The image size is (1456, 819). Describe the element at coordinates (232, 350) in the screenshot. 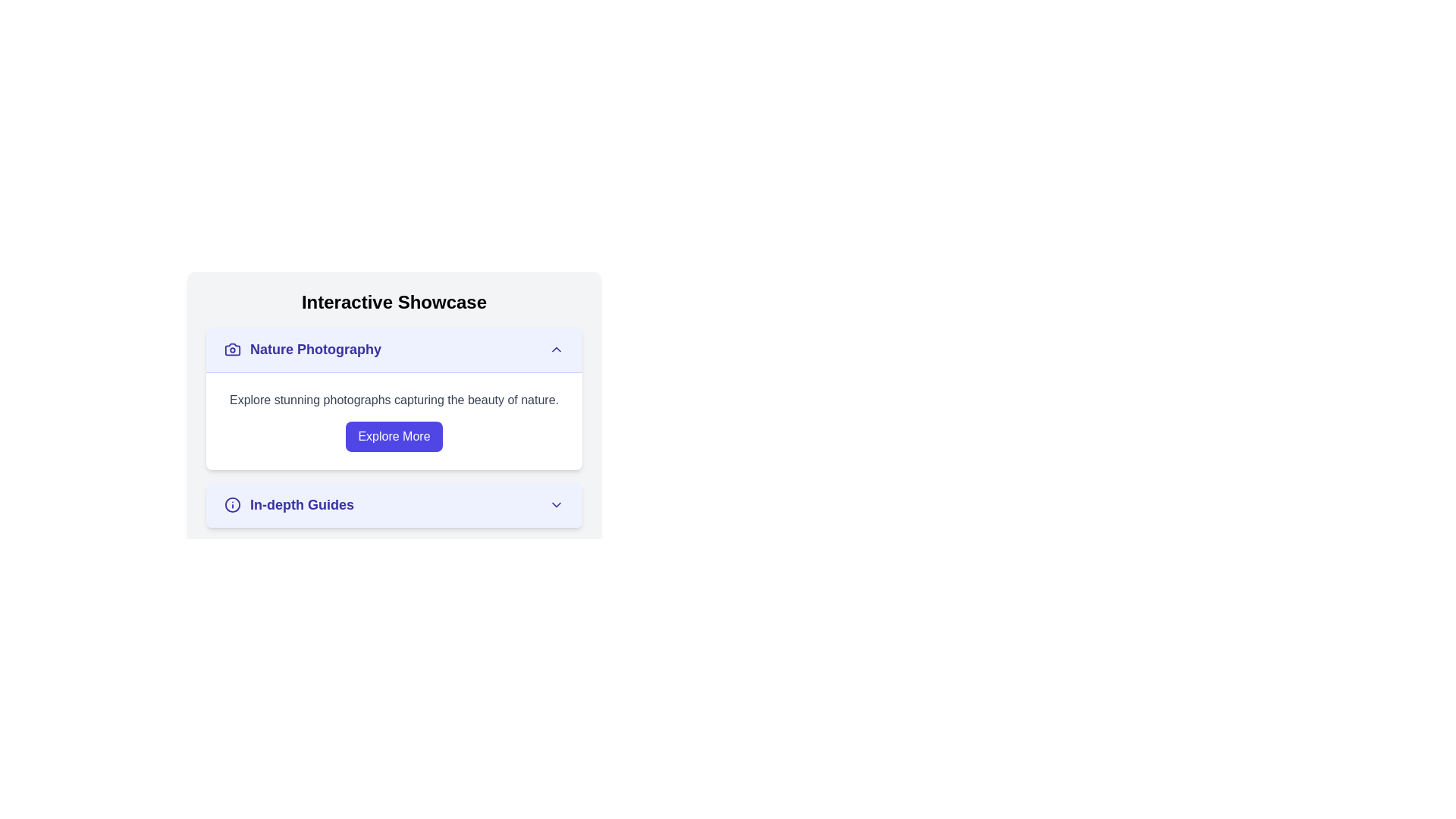

I see `the presence of the decorative icon background shape associated with the camera symbol, located to the left of the text 'Nature Photography' within the first collapsible card below 'Interactive Showcase'` at that location.